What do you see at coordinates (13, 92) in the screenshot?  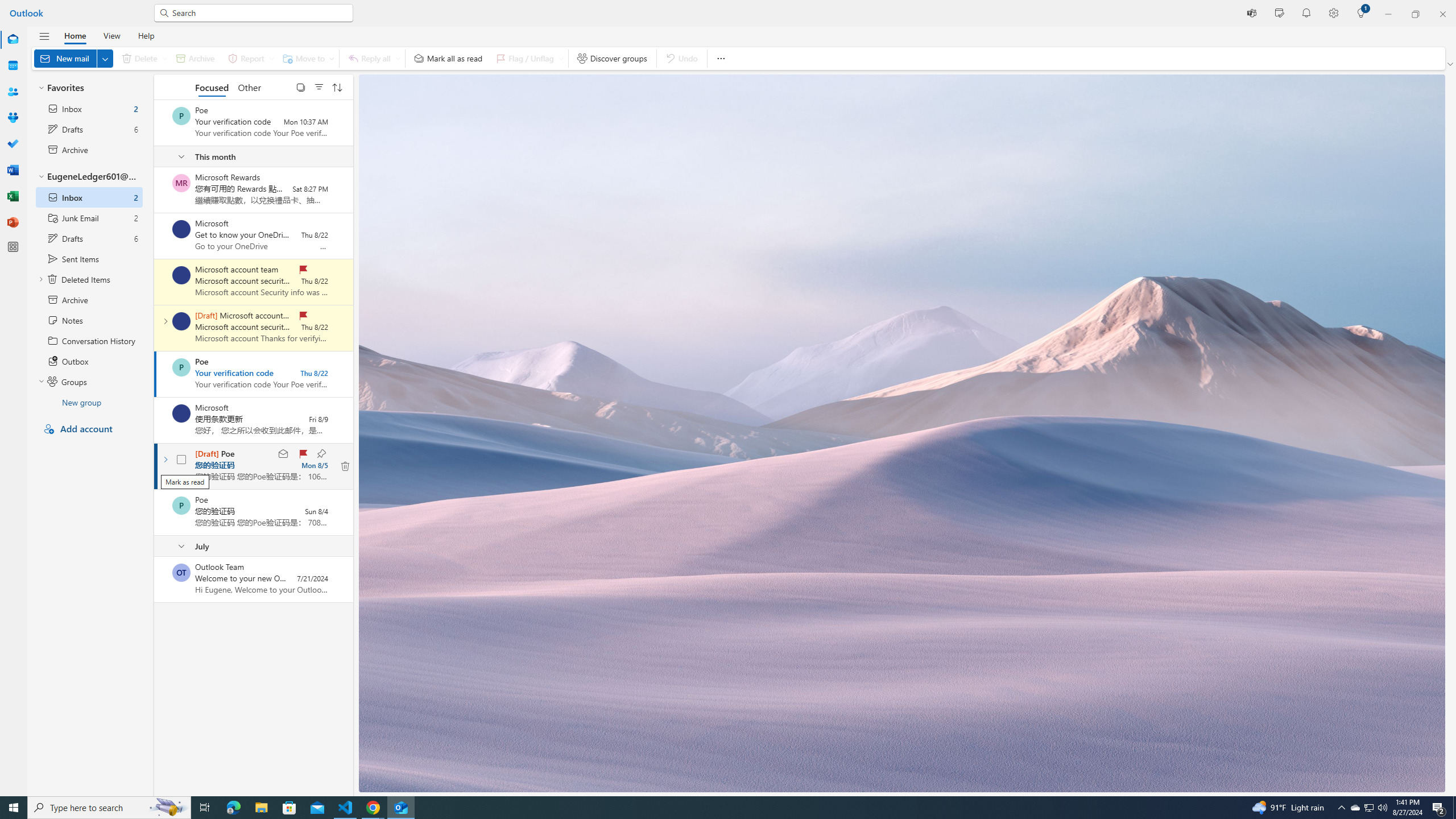 I see `'People'` at bounding box center [13, 92].